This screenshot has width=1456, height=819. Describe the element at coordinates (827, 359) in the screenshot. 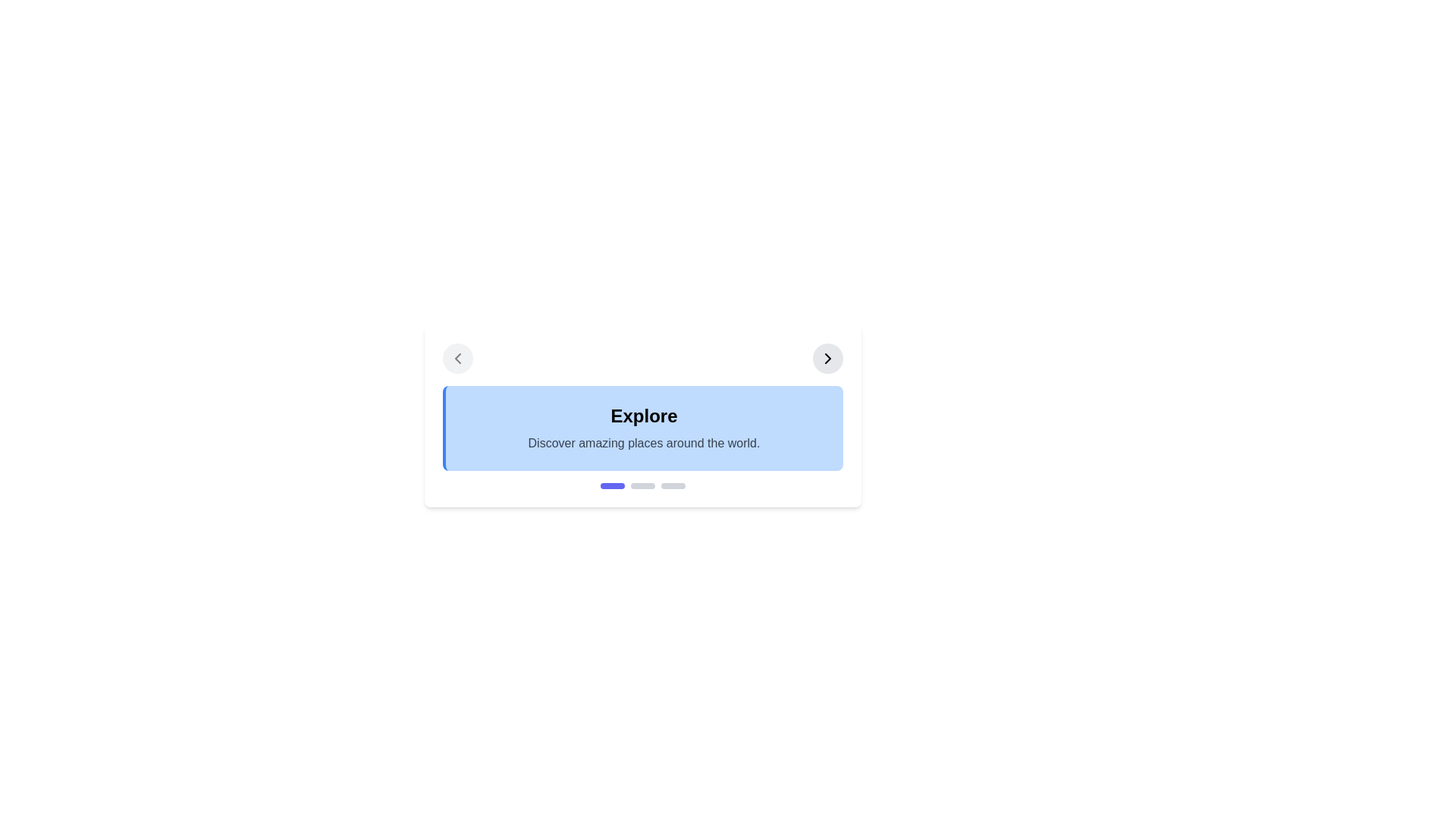

I see `the 'Next' button to proceed to the next step` at that location.